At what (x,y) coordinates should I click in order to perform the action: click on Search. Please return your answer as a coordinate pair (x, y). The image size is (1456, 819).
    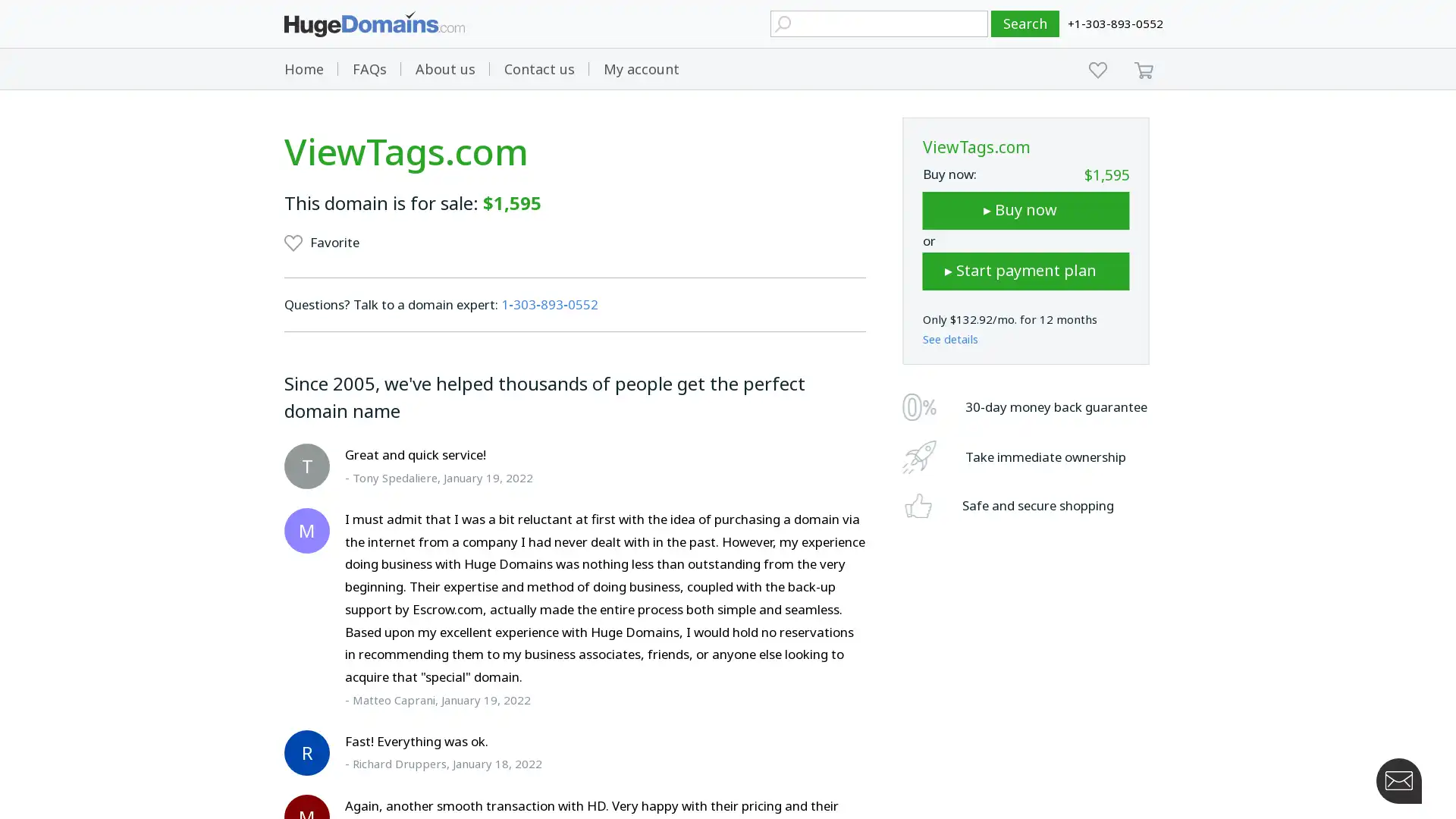
    Looking at the image, I should click on (1025, 24).